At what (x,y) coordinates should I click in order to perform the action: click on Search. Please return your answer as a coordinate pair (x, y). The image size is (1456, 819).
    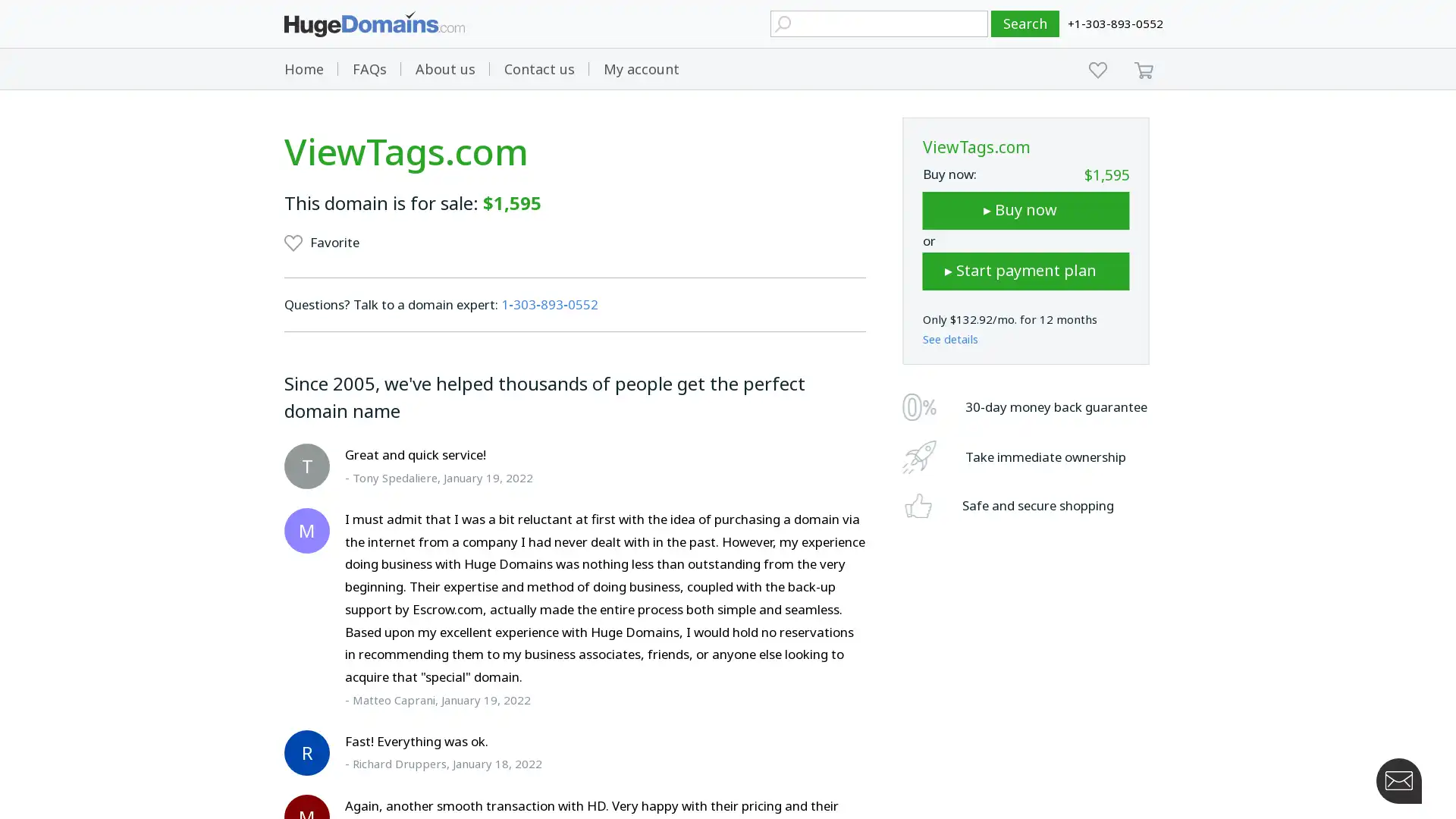
    Looking at the image, I should click on (1025, 24).